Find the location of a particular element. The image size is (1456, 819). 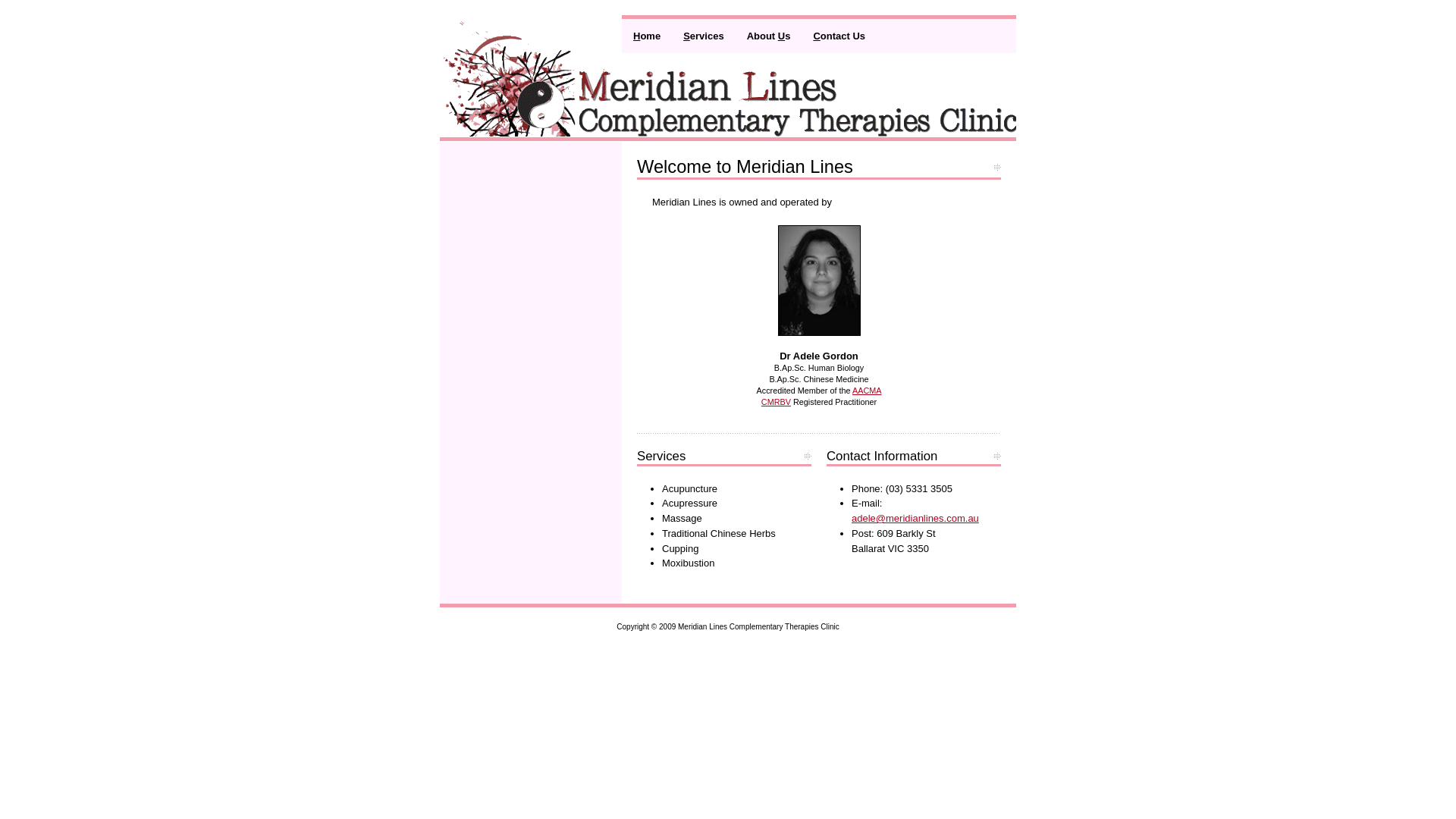

'Contact Us' is located at coordinates (838, 34).